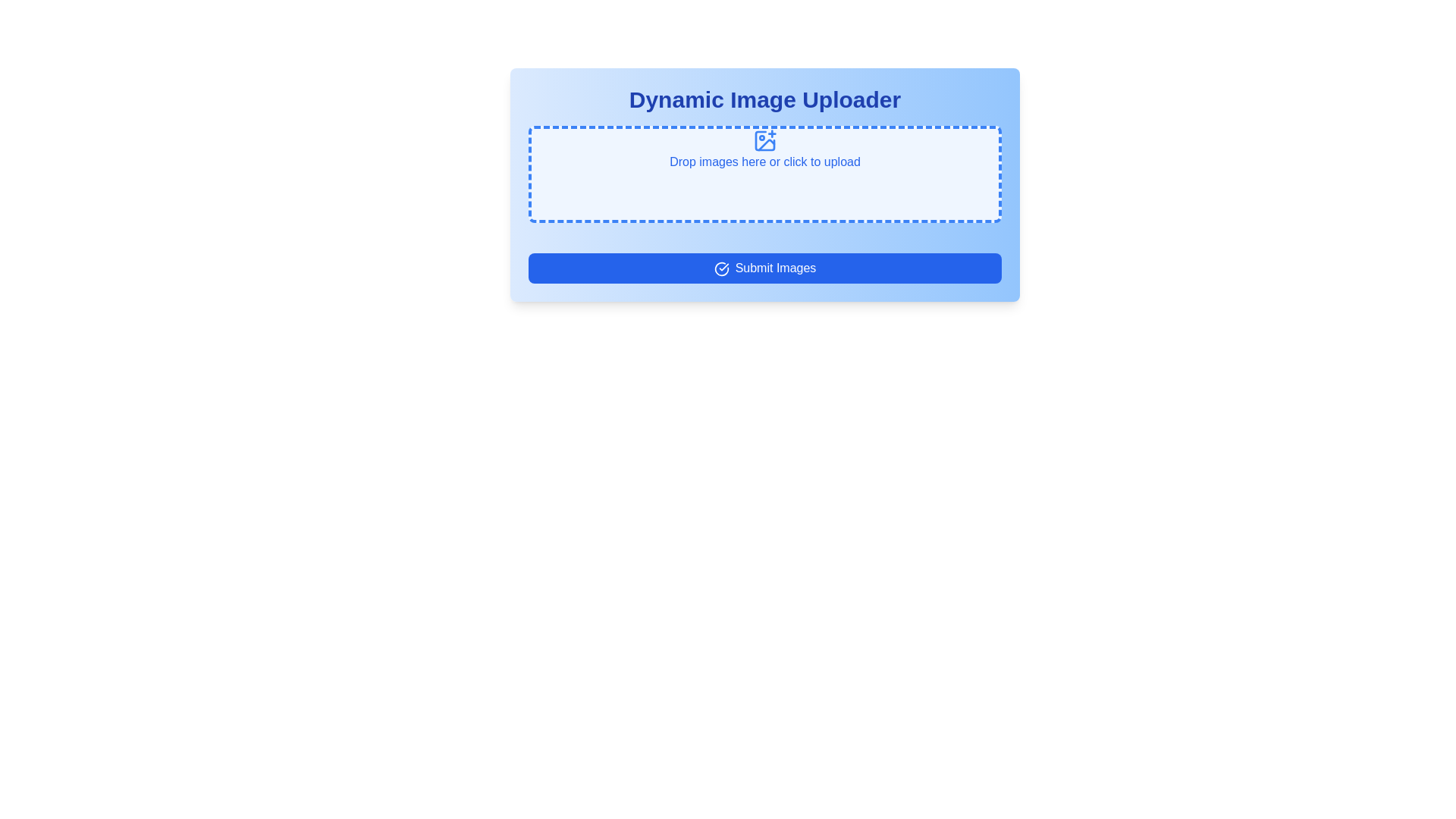  Describe the element at coordinates (764, 162) in the screenshot. I see `the text label that reads 'Drop images here or click to upload' to initiate a file upload` at that location.